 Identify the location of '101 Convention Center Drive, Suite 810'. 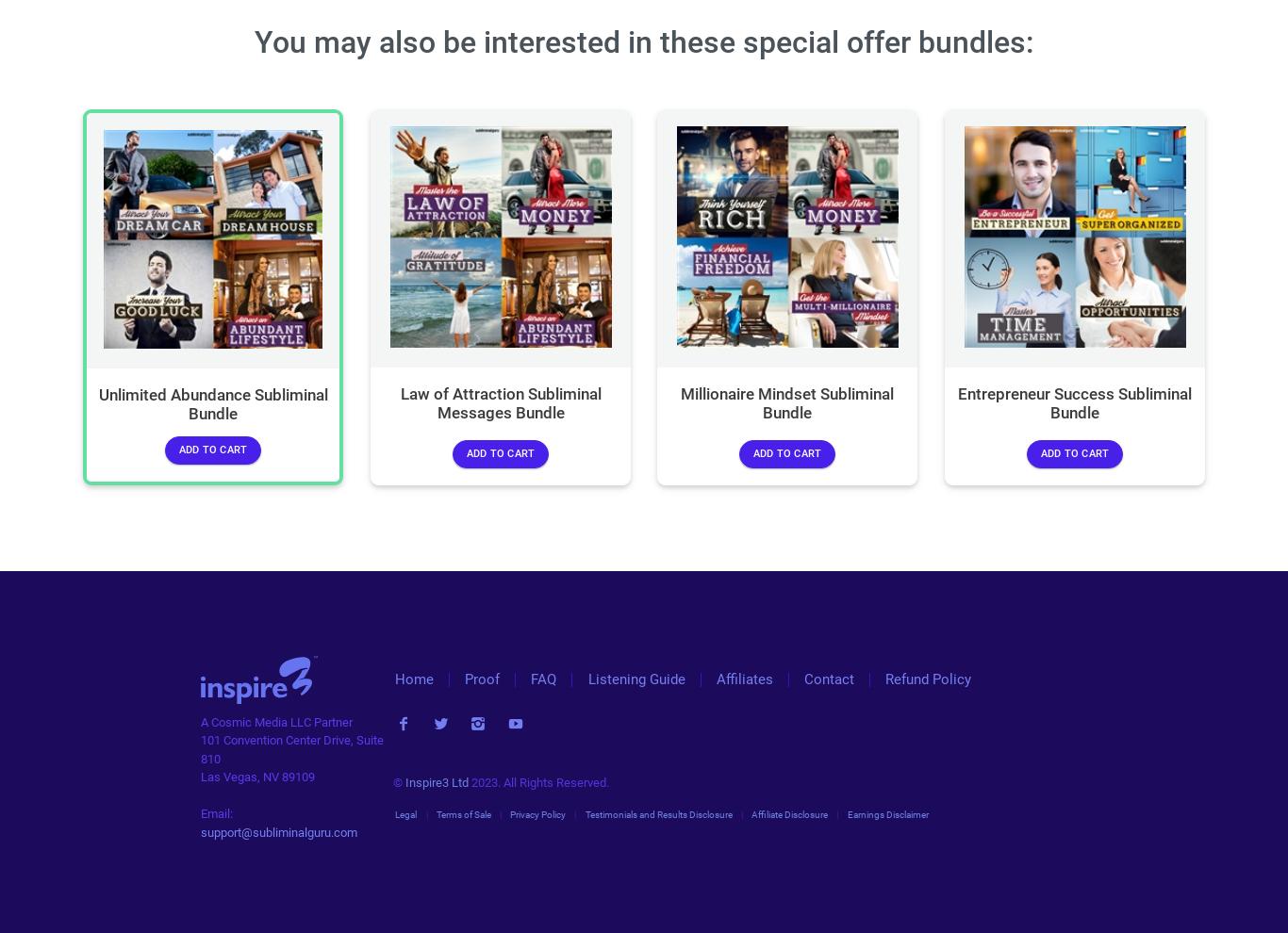
(291, 747).